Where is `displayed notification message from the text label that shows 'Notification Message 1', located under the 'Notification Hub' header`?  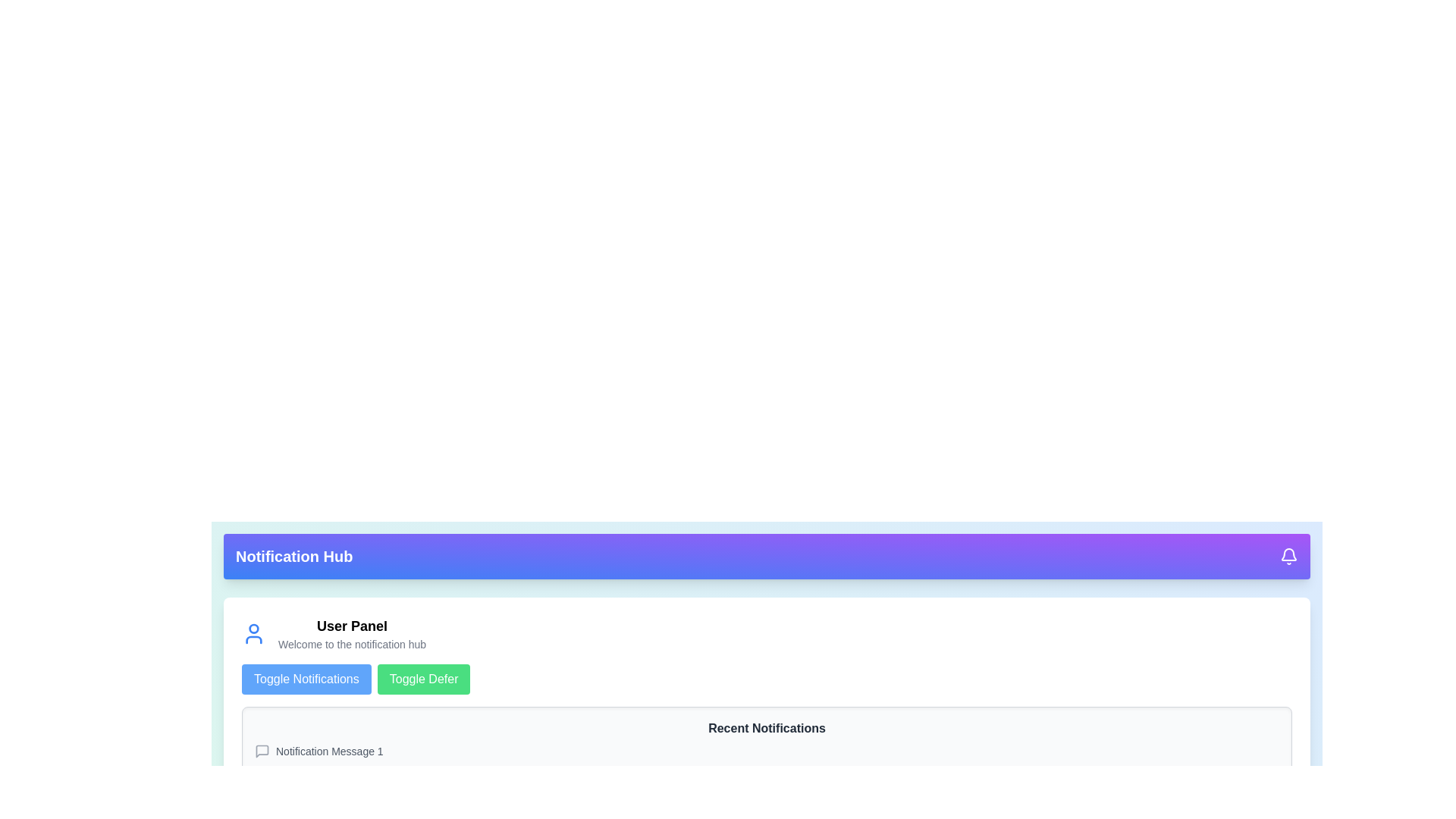
displayed notification message from the text label that shows 'Notification Message 1', located under the 'Notification Hub' header is located at coordinates (328, 752).